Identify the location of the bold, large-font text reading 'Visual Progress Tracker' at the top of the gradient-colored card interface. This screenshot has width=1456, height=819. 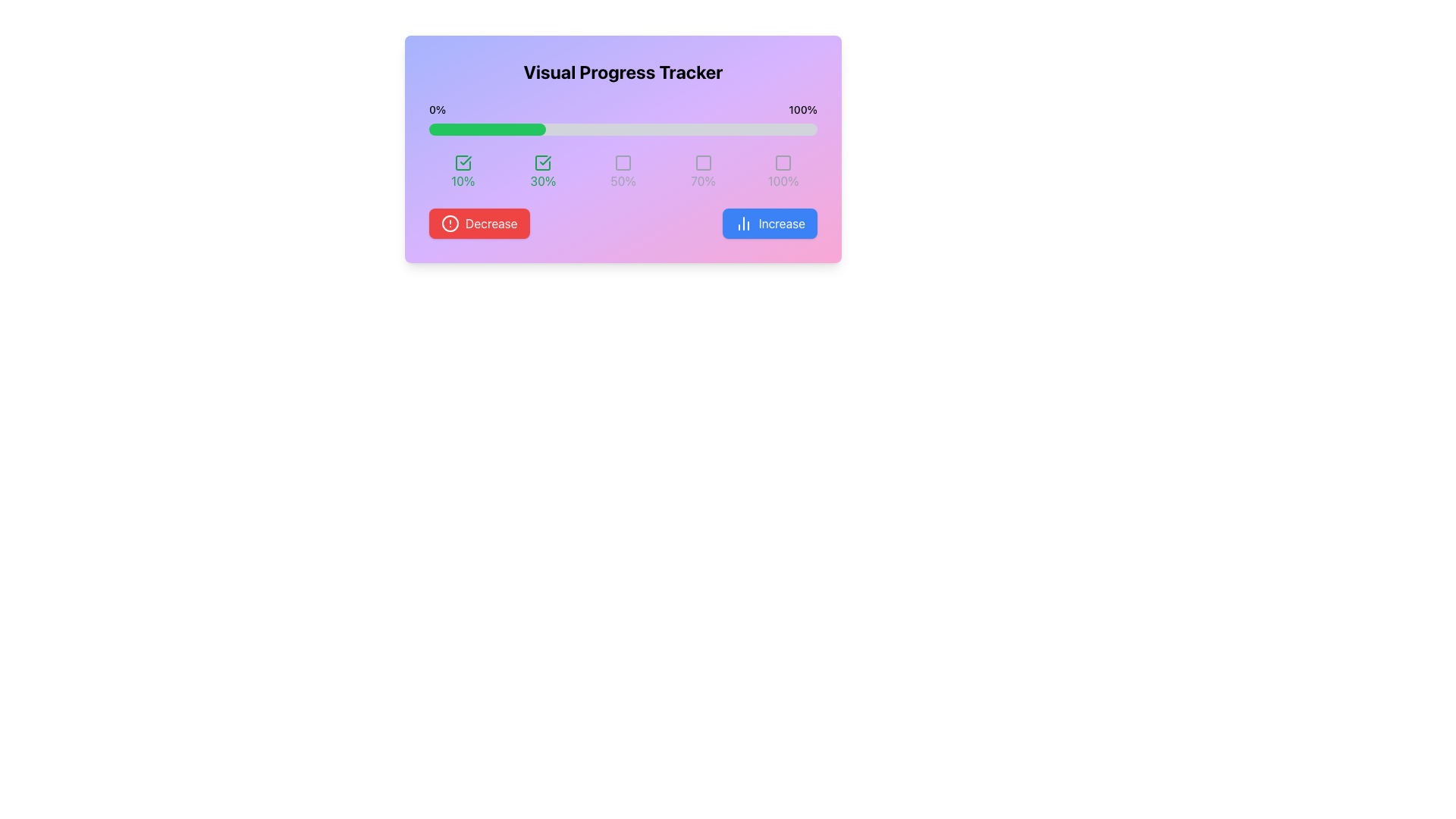
(623, 72).